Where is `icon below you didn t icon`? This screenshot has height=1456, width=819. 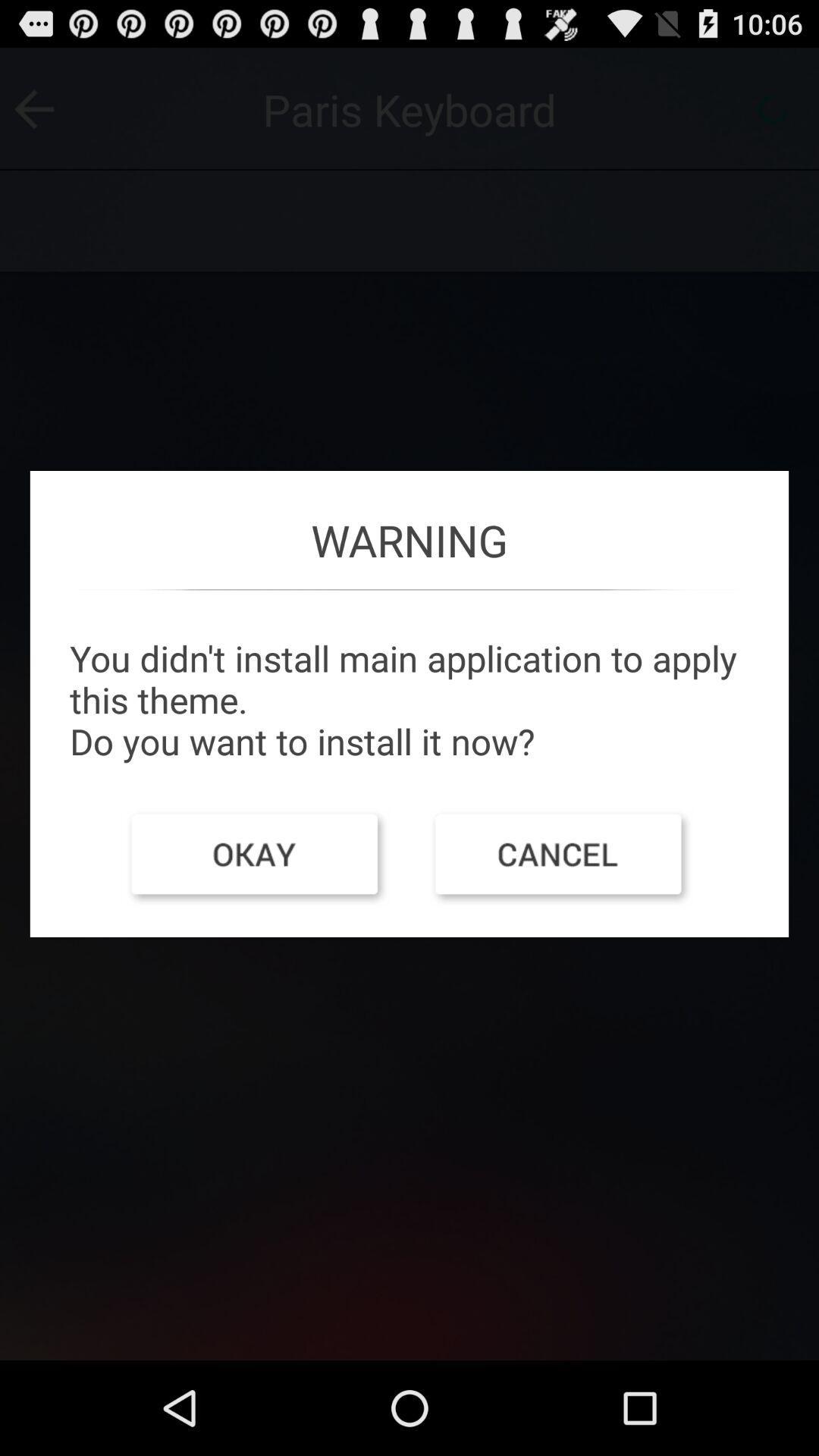
icon below you didn t icon is located at coordinates (256, 858).